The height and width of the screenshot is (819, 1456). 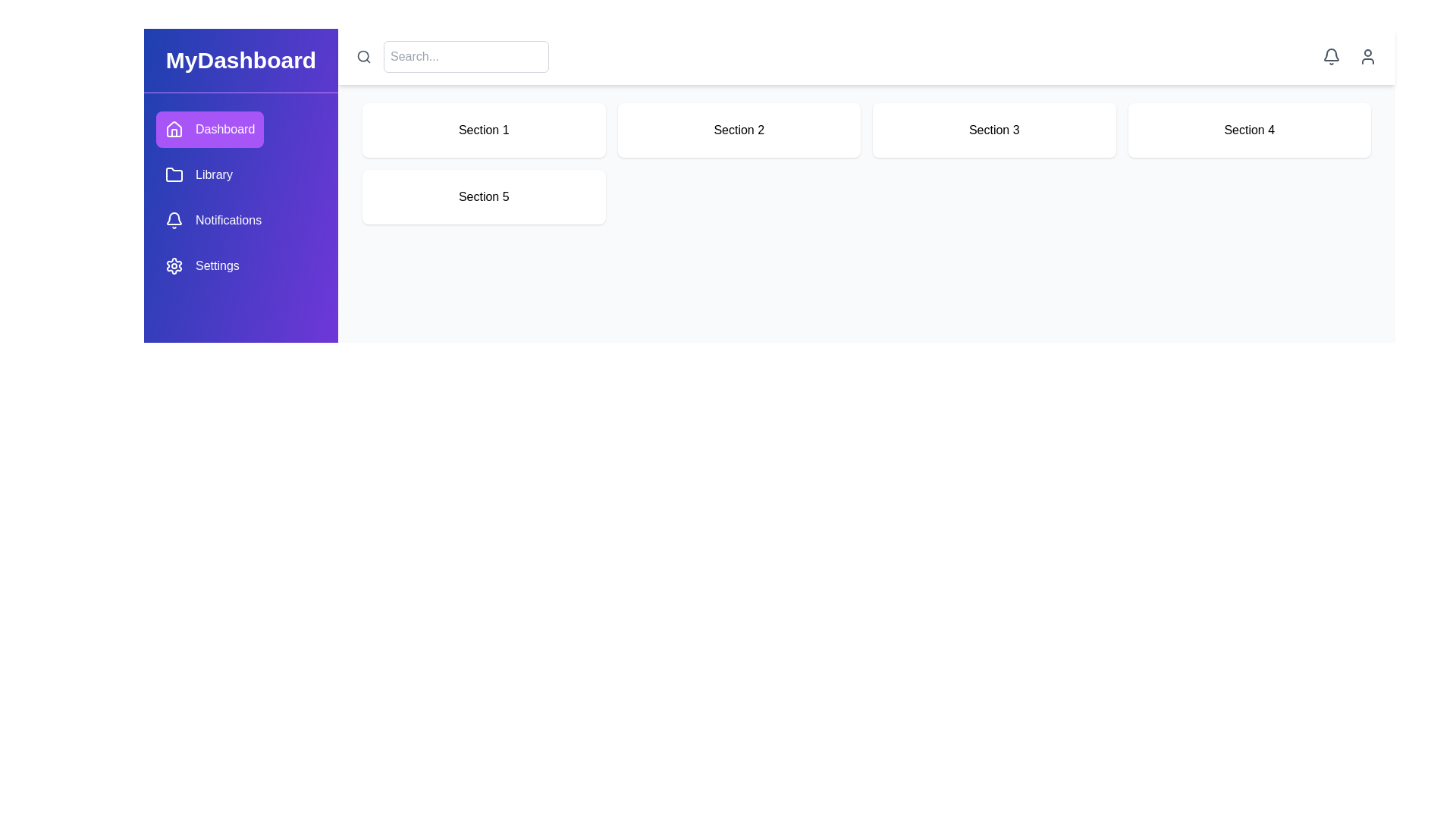 What do you see at coordinates (174, 265) in the screenshot?
I see `the cogwheel icon in the sidebar` at bounding box center [174, 265].